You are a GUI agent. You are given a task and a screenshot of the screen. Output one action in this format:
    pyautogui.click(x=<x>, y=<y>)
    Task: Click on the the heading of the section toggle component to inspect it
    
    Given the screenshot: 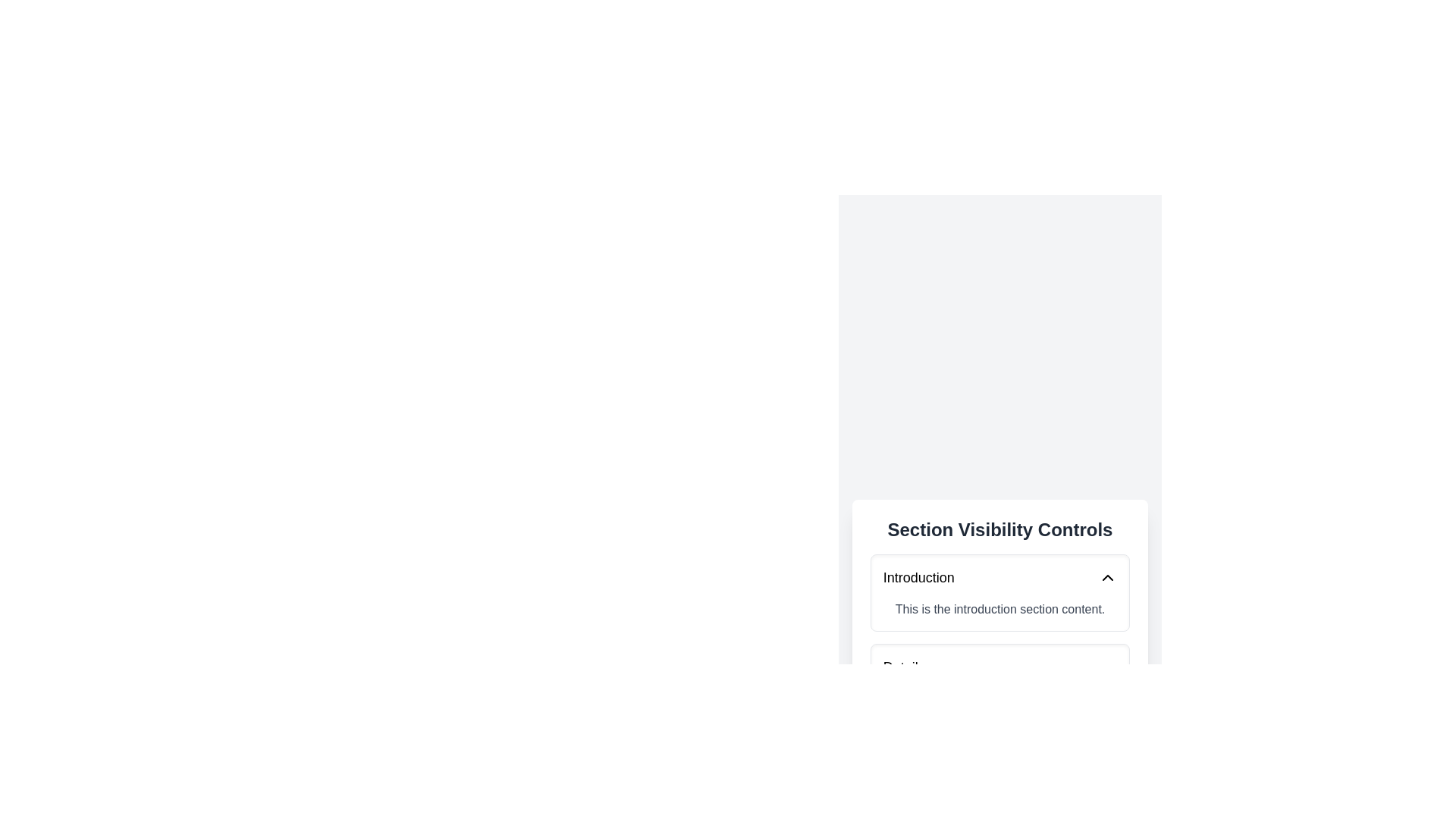 What is the action you would take?
    pyautogui.click(x=1000, y=529)
    